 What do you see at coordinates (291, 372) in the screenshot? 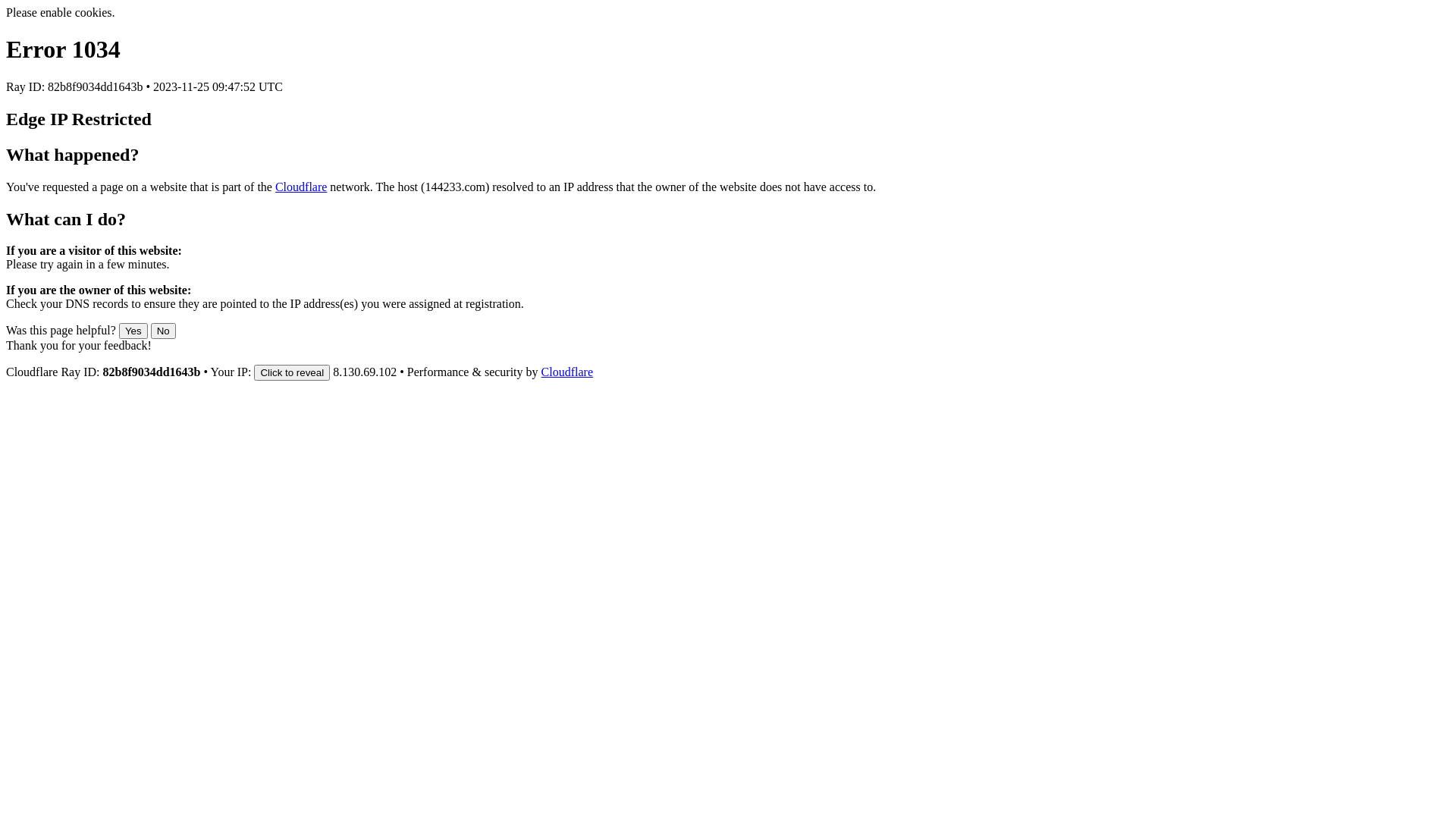
I see `'Click to reveal'` at bounding box center [291, 372].